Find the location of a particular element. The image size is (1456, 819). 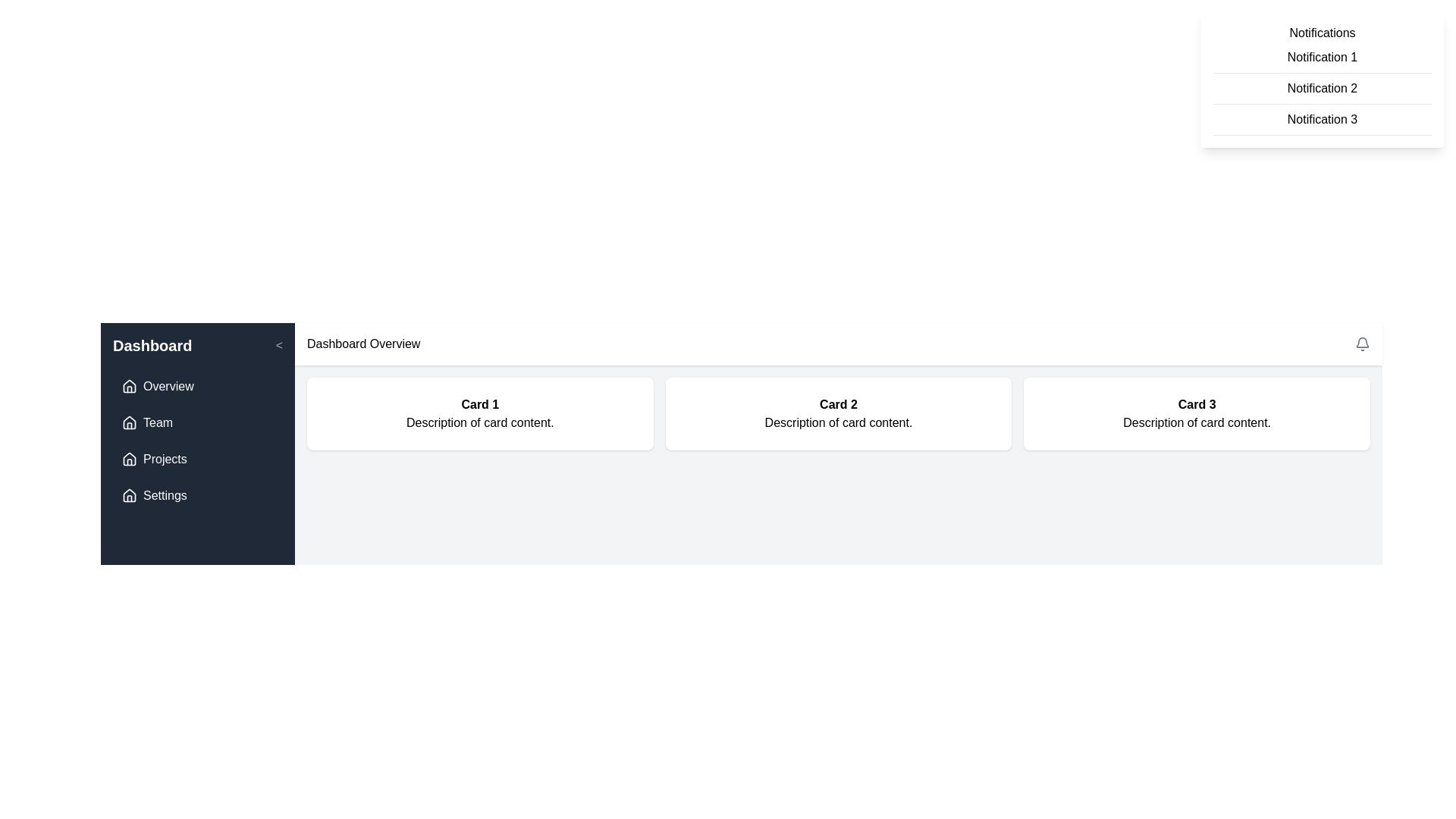

the triangular roof section of the house icon located in the sidebar next to the 'Overview' label is located at coordinates (130, 458).